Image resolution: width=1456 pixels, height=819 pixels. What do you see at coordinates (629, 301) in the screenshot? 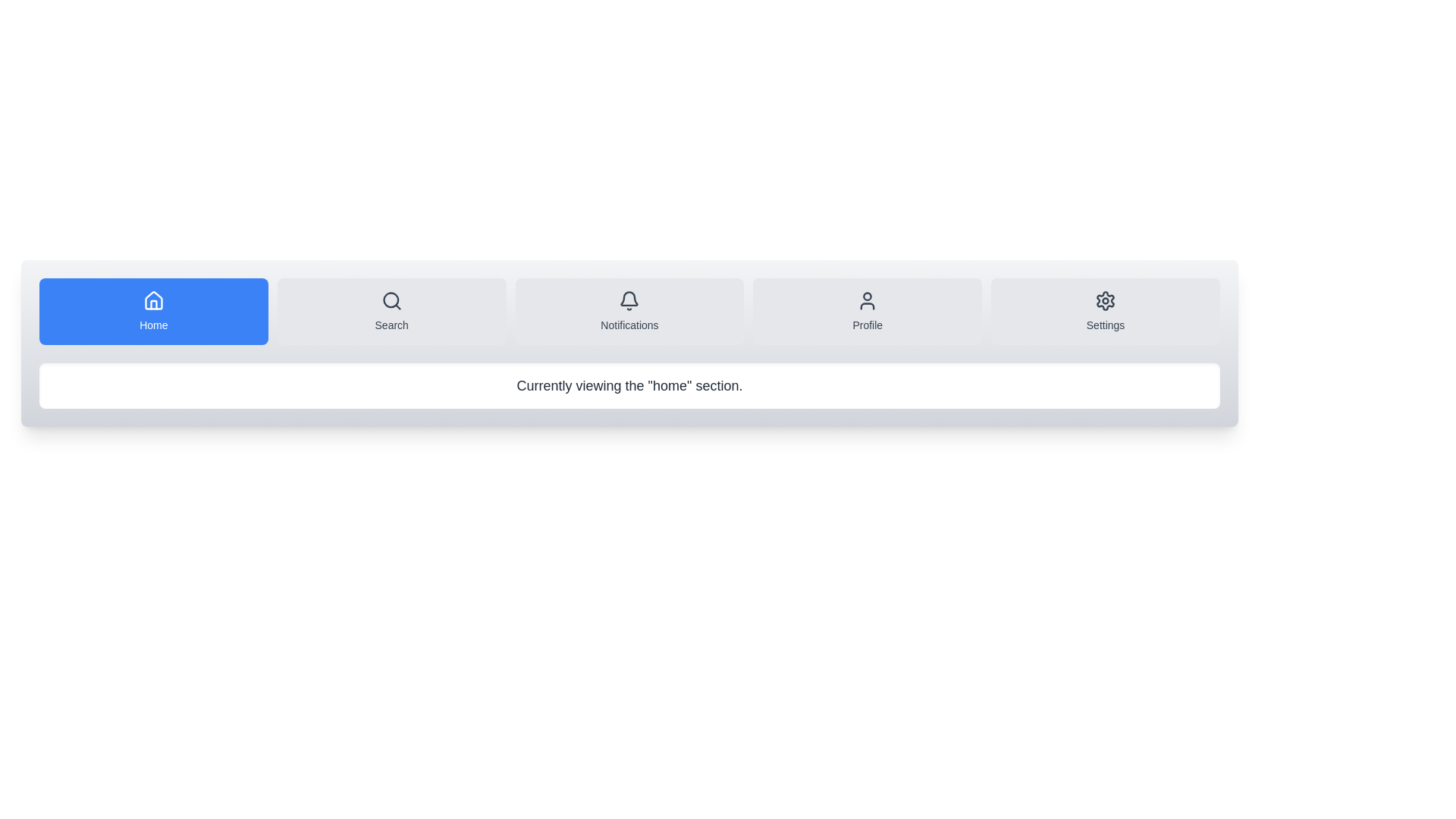
I see `the notifications icon, represented by a bell, located within the navigation menu` at bounding box center [629, 301].